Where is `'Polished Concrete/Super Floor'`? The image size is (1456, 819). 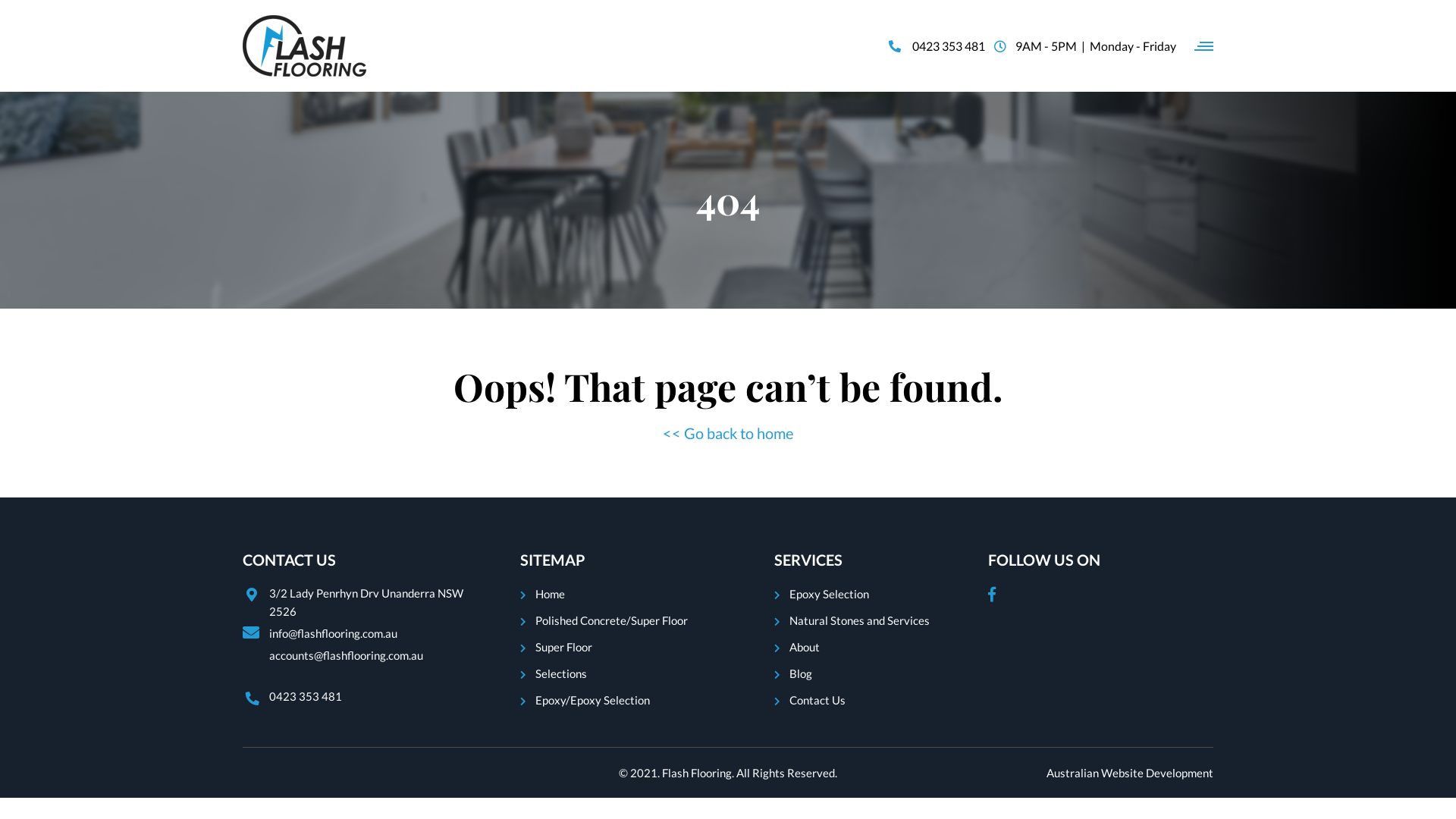 'Polished Concrete/Super Floor' is located at coordinates (611, 620).